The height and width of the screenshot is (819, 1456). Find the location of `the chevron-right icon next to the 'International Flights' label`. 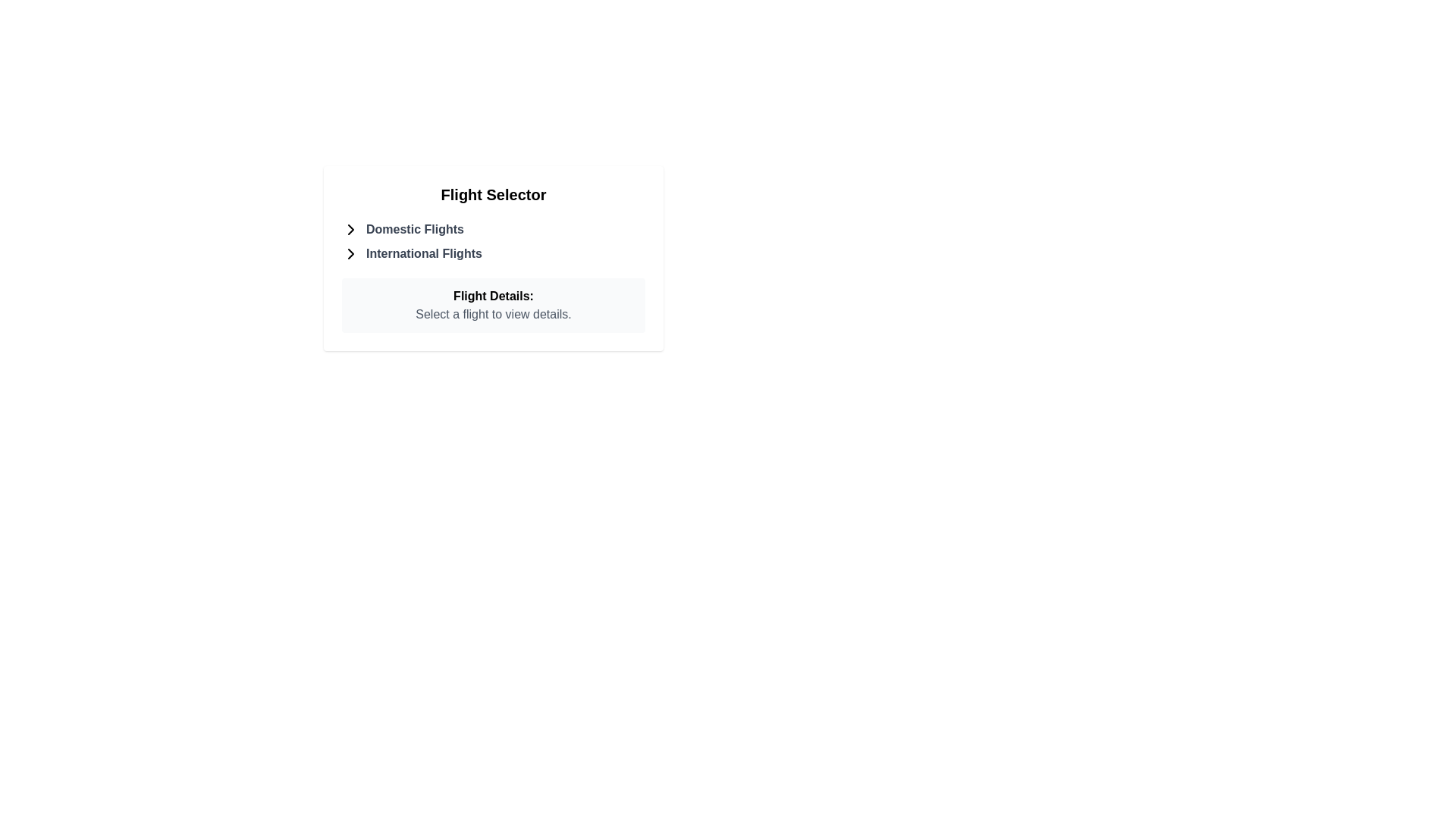

the chevron-right icon next to the 'International Flights' label is located at coordinates (350, 253).